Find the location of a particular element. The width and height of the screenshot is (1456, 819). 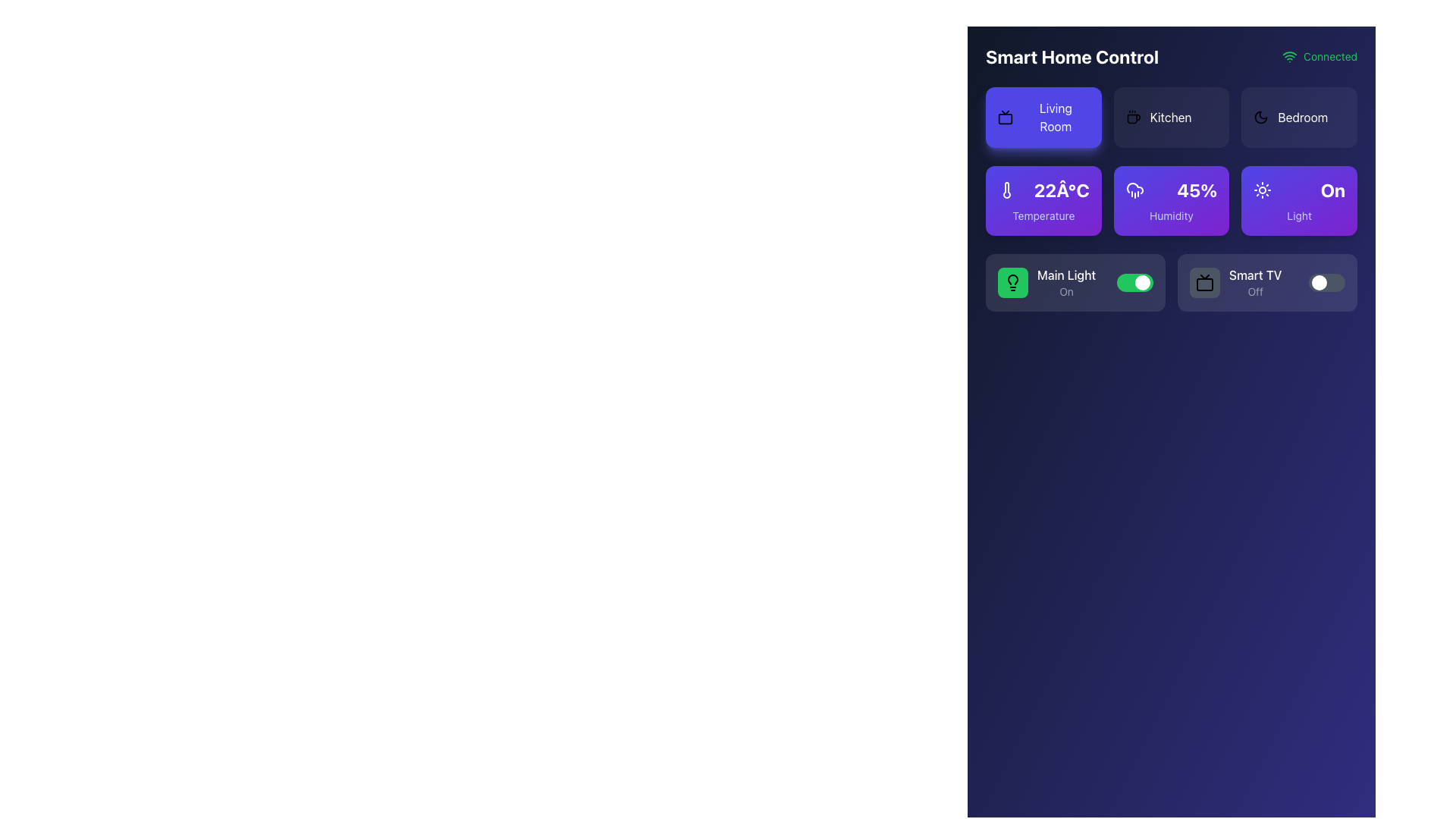

the 'Kitchen' button, which is a rectangular button with rounded corners and a coffee cup icon is located at coordinates (1171, 116).